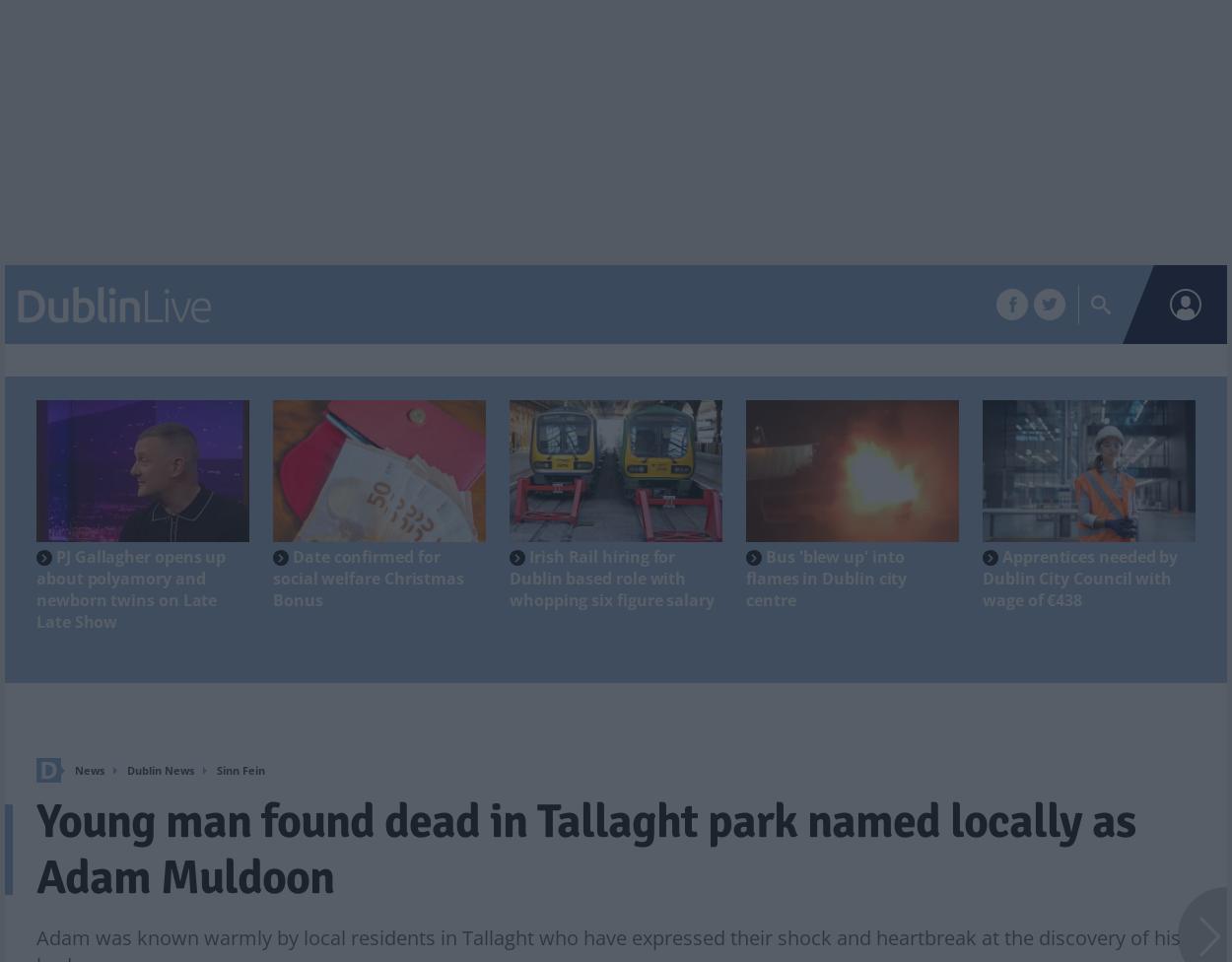  What do you see at coordinates (809, 306) in the screenshot?
I see `'Dublin Lives'` at bounding box center [809, 306].